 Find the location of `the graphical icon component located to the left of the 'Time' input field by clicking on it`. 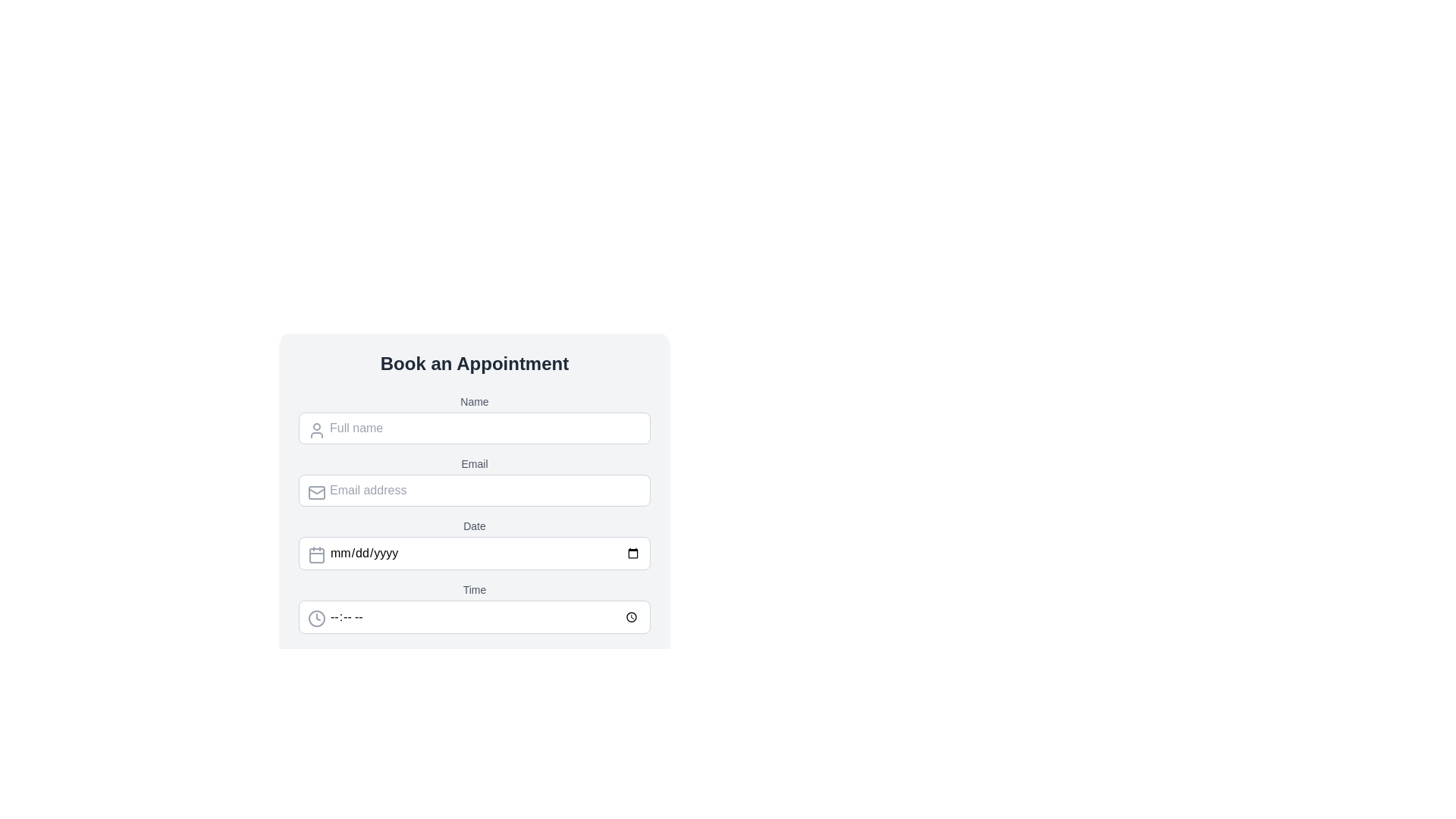

the graphical icon component located to the left of the 'Time' input field by clicking on it is located at coordinates (315, 619).